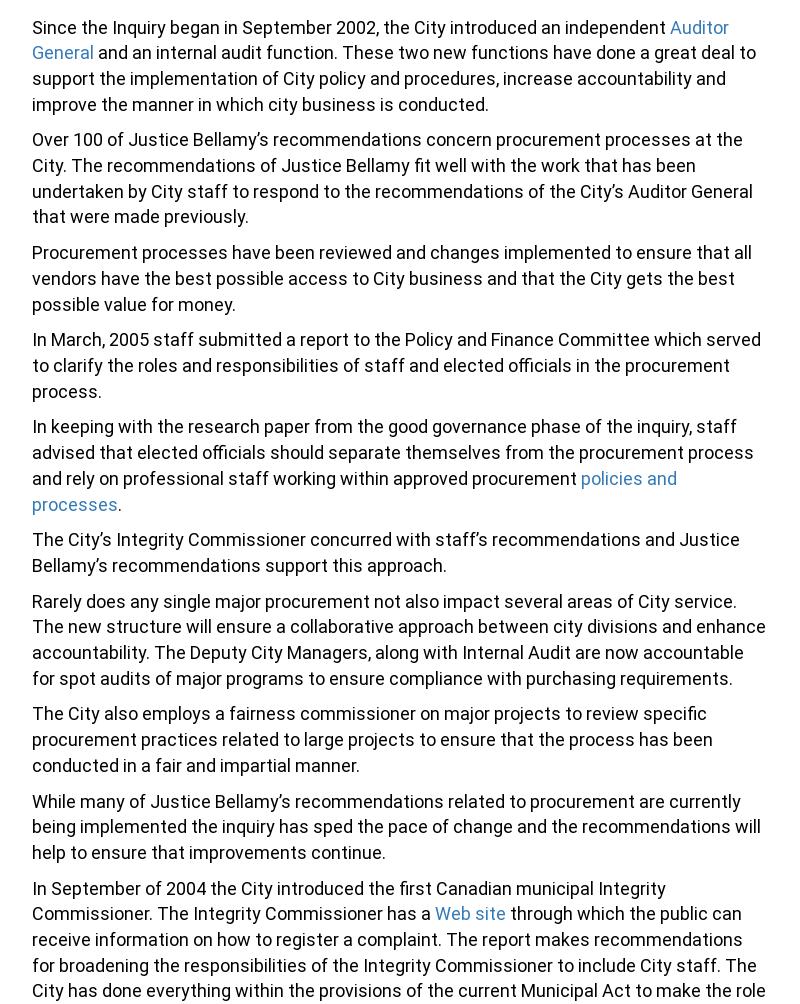 The image size is (800, 1004). What do you see at coordinates (32, 26) in the screenshot?
I see `'Since the Inquiry began in September 2002, the City introduced an independent'` at bounding box center [32, 26].